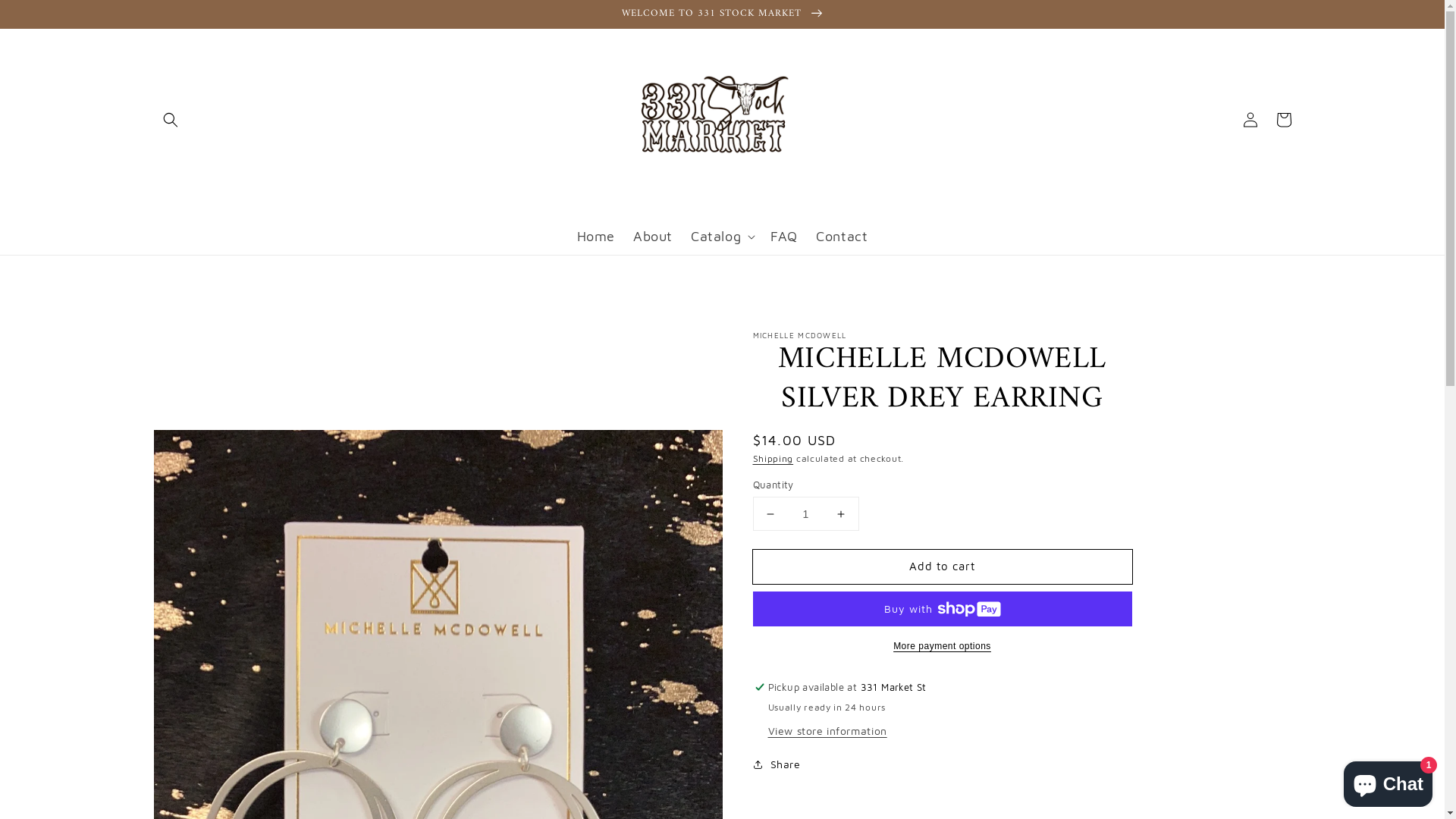 This screenshot has width=1456, height=819. What do you see at coordinates (770, 513) in the screenshot?
I see `'Decrease quantity for MICHELLE MCDOWELL SILVER DREY EARRING'` at bounding box center [770, 513].